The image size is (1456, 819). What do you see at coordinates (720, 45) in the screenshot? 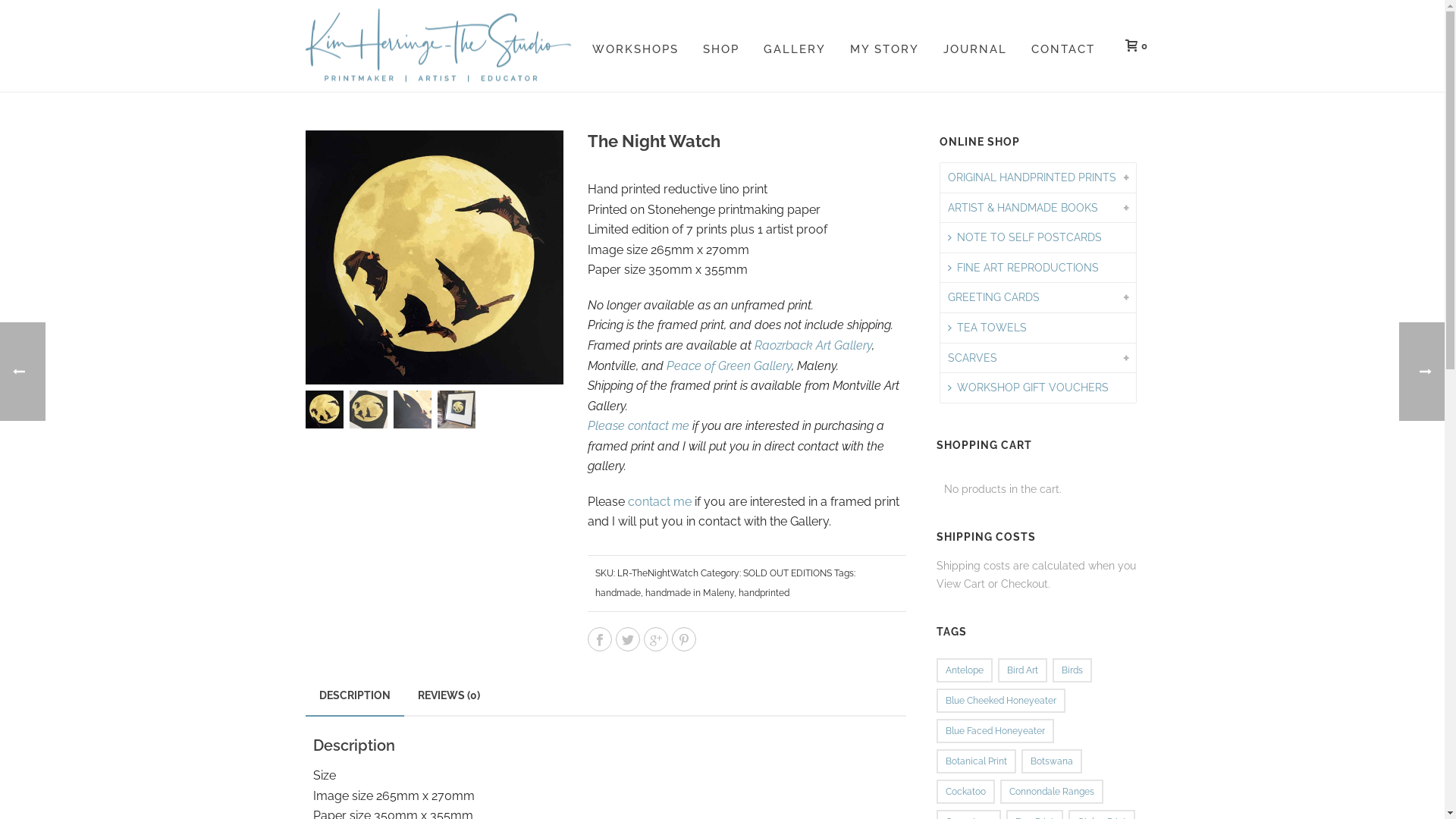
I see `'SHOP'` at bounding box center [720, 45].